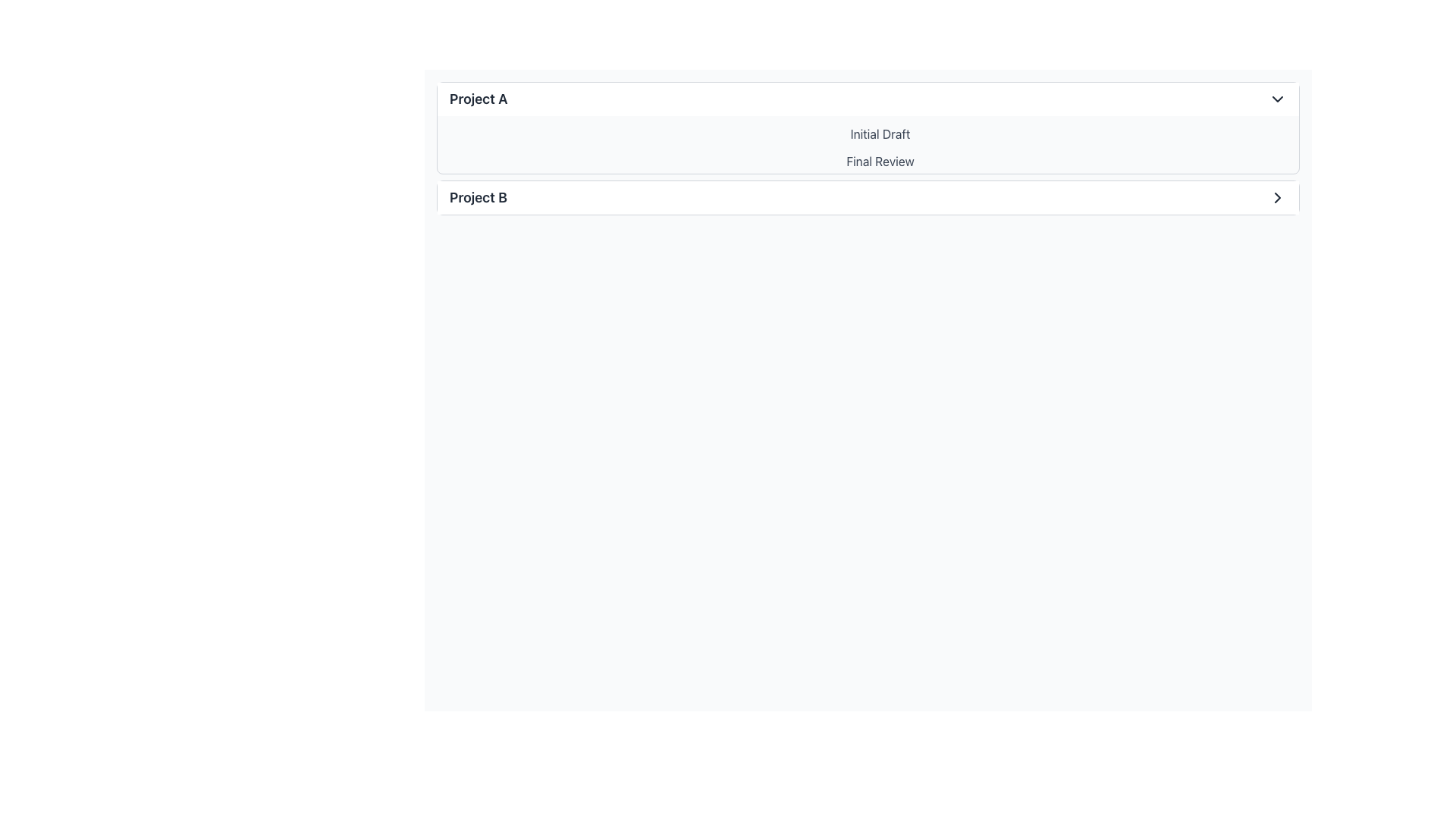 The image size is (1456, 819). Describe the element at coordinates (868, 197) in the screenshot. I see `the Interactive List Item labeled 'Project B'` at that location.